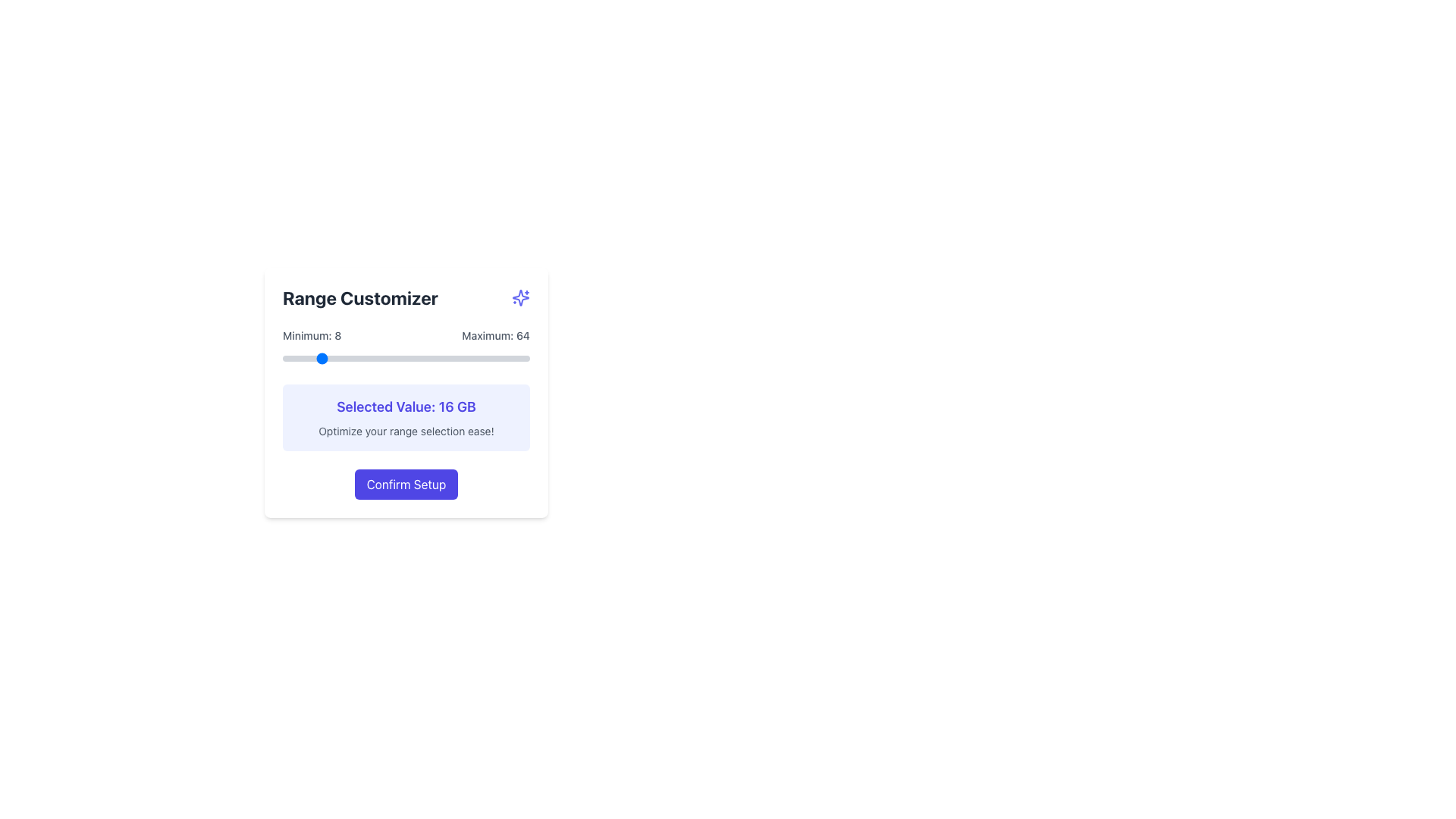  I want to click on the slider value, so click(296, 359).